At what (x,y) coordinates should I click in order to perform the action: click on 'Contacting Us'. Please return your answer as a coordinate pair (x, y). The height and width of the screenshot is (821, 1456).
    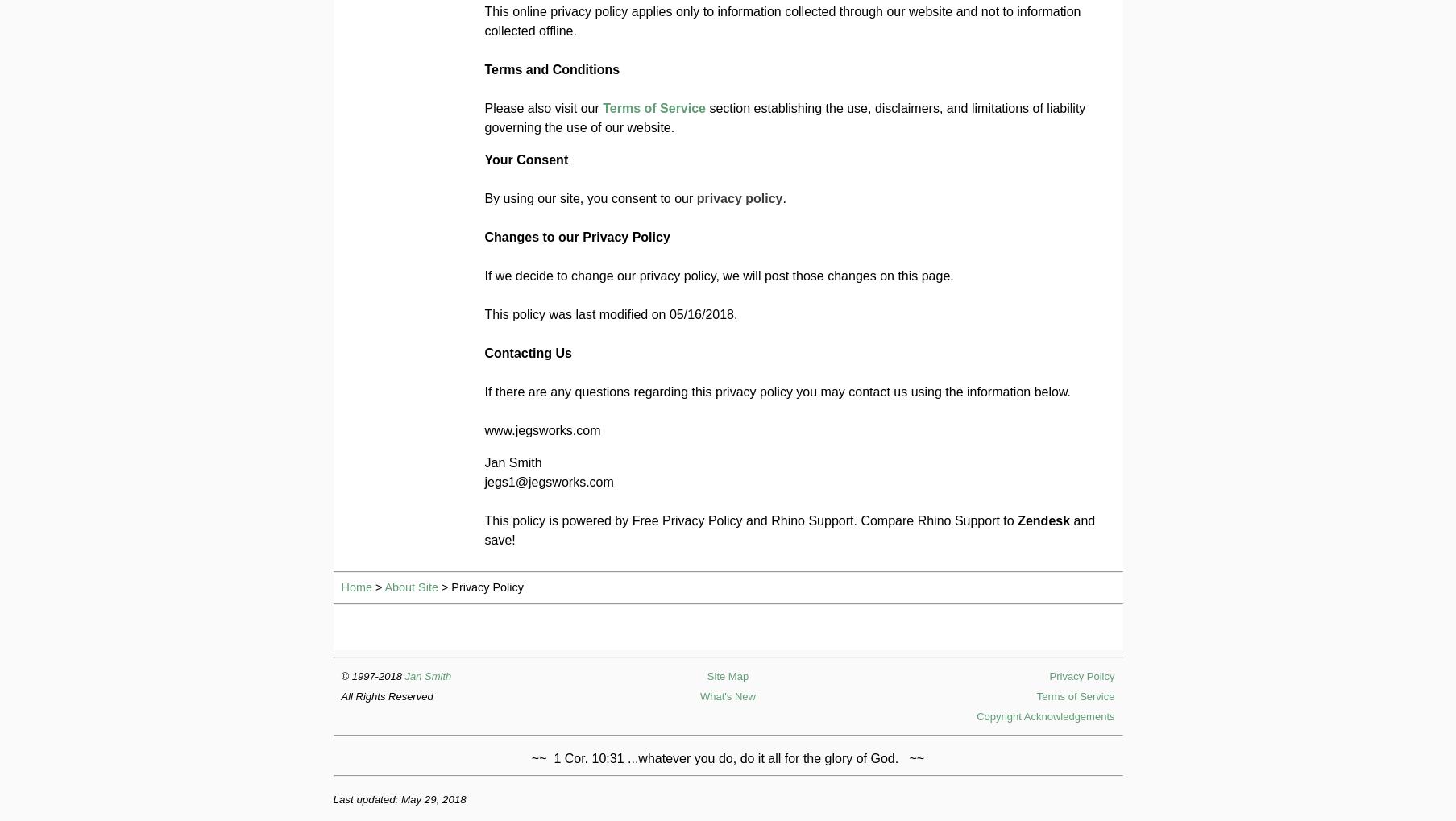
    Looking at the image, I should click on (527, 353).